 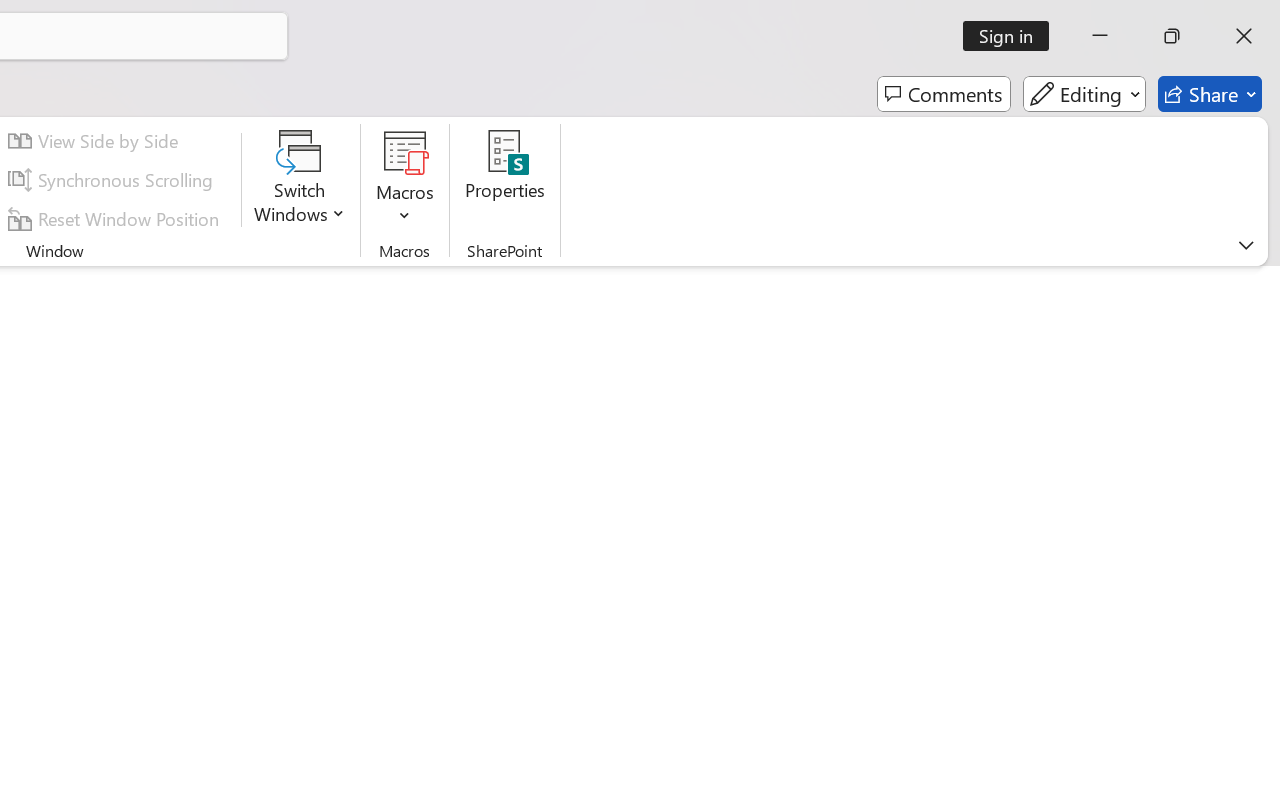 What do you see at coordinates (404, 179) in the screenshot?
I see `'Macros'` at bounding box center [404, 179].